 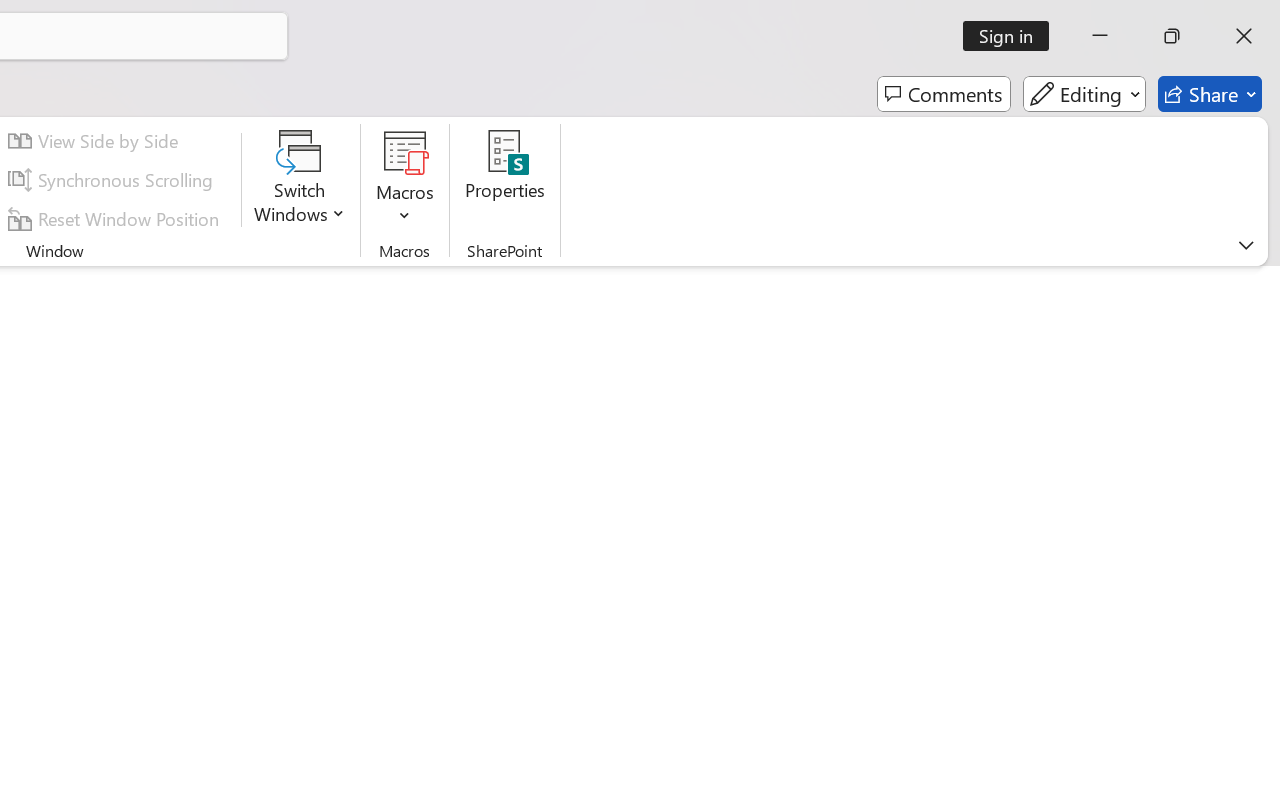 What do you see at coordinates (404, 179) in the screenshot?
I see `'Macros'` at bounding box center [404, 179].